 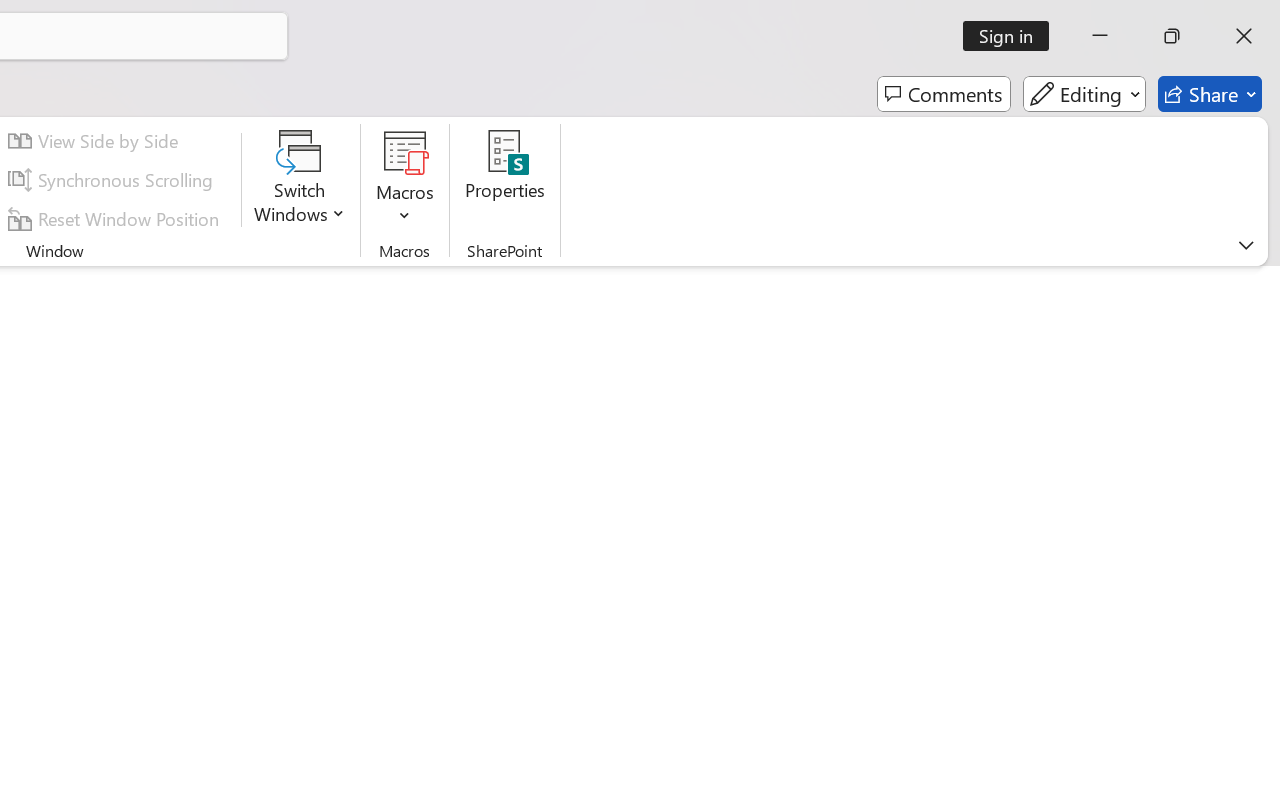 What do you see at coordinates (404, 179) in the screenshot?
I see `'Macros'` at bounding box center [404, 179].